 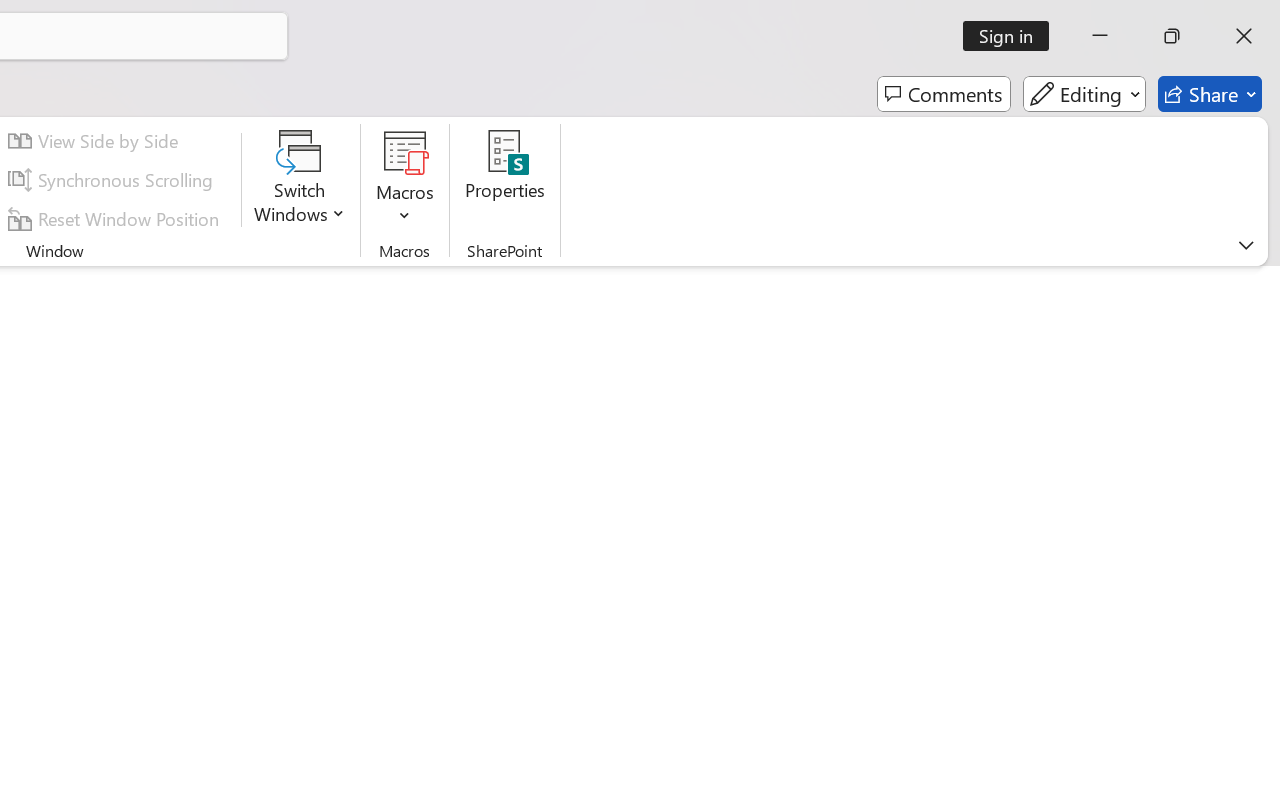 What do you see at coordinates (404, 179) in the screenshot?
I see `'Macros'` at bounding box center [404, 179].